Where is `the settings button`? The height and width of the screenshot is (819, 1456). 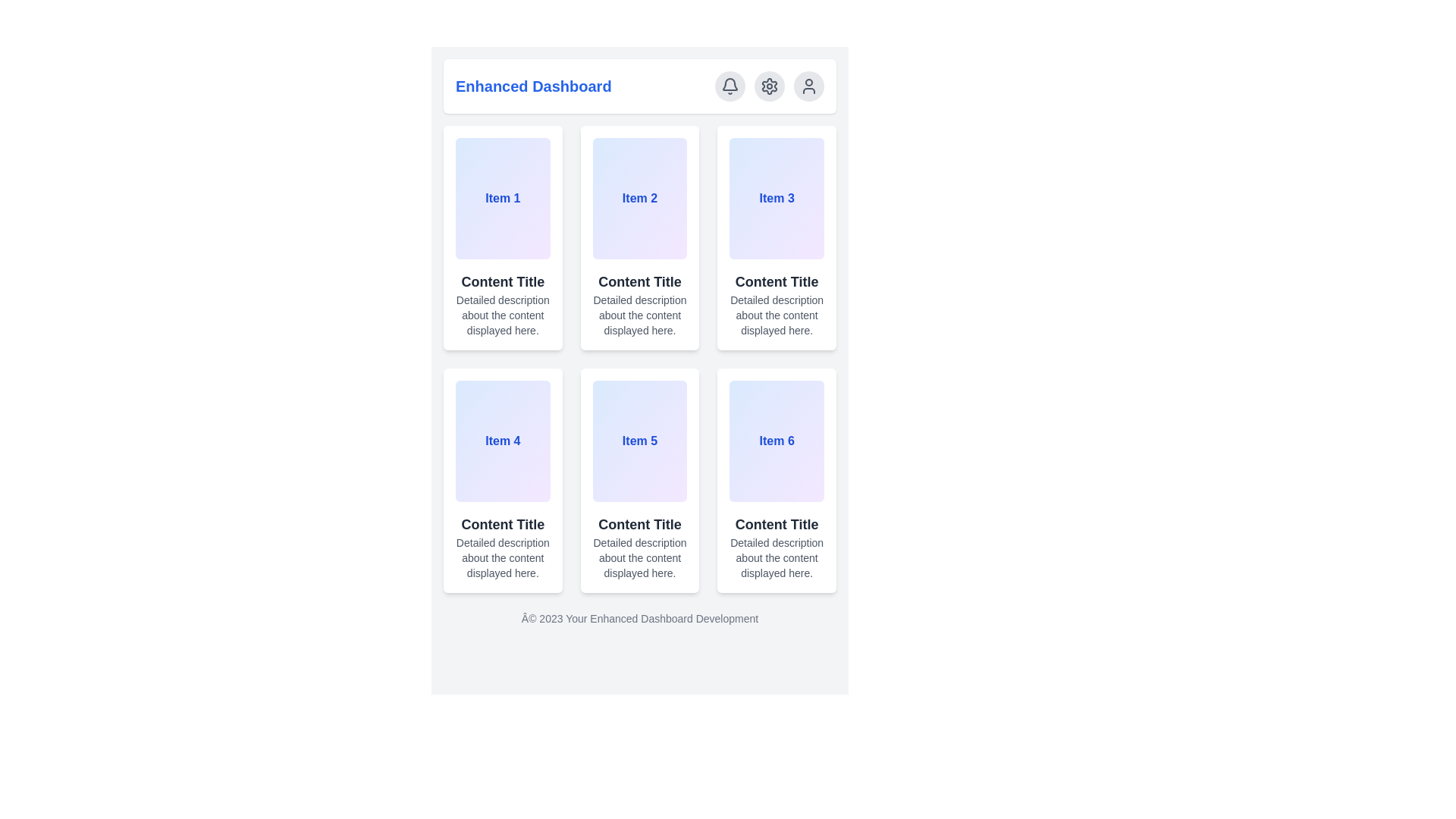
the settings button is located at coordinates (769, 86).